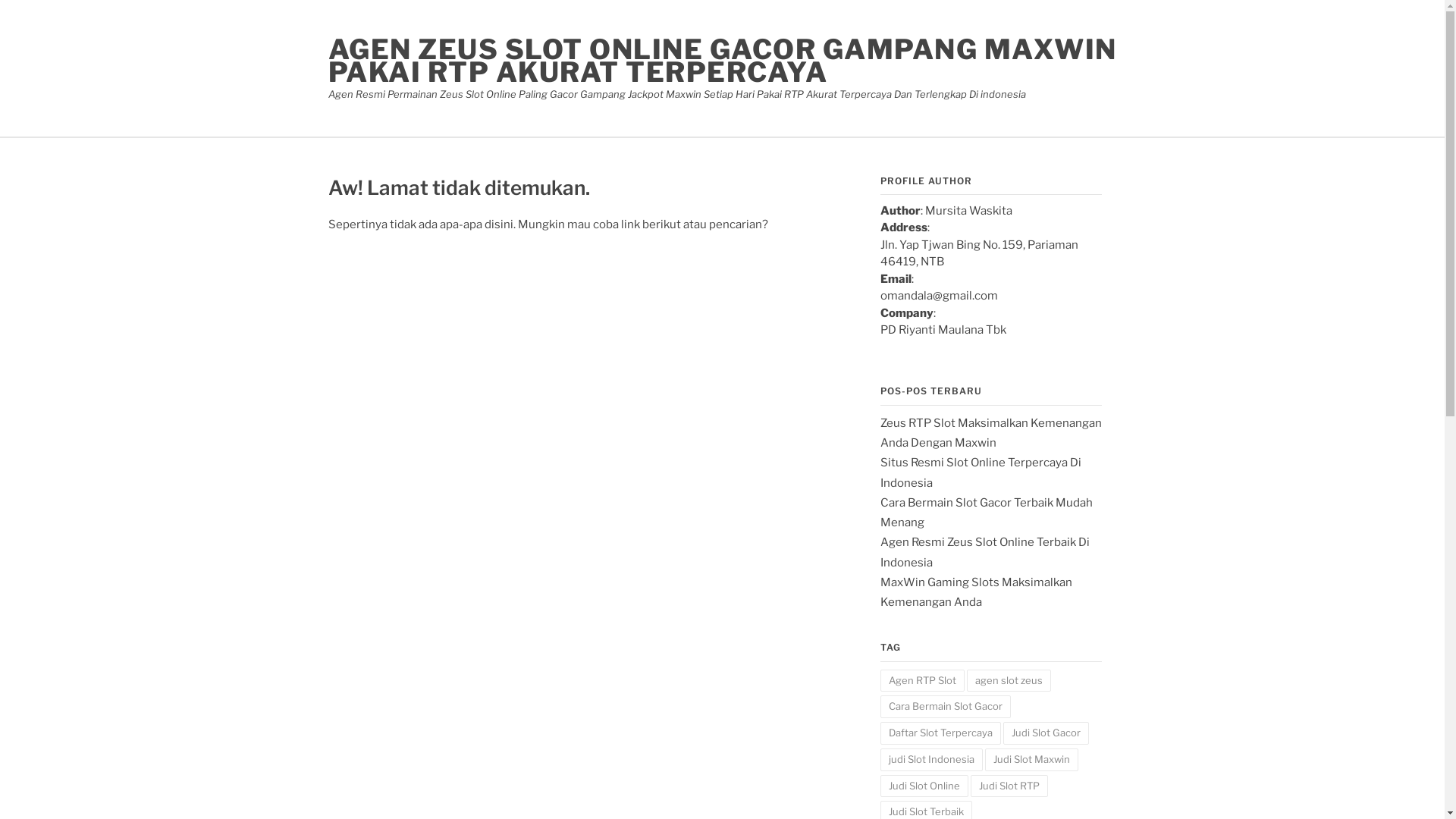 The width and height of the screenshot is (1456, 819). What do you see at coordinates (975, 591) in the screenshot?
I see `'MaxWin Gaming Slots Maksimalkan Kemenangan Anda'` at bounding box center [975, 591].